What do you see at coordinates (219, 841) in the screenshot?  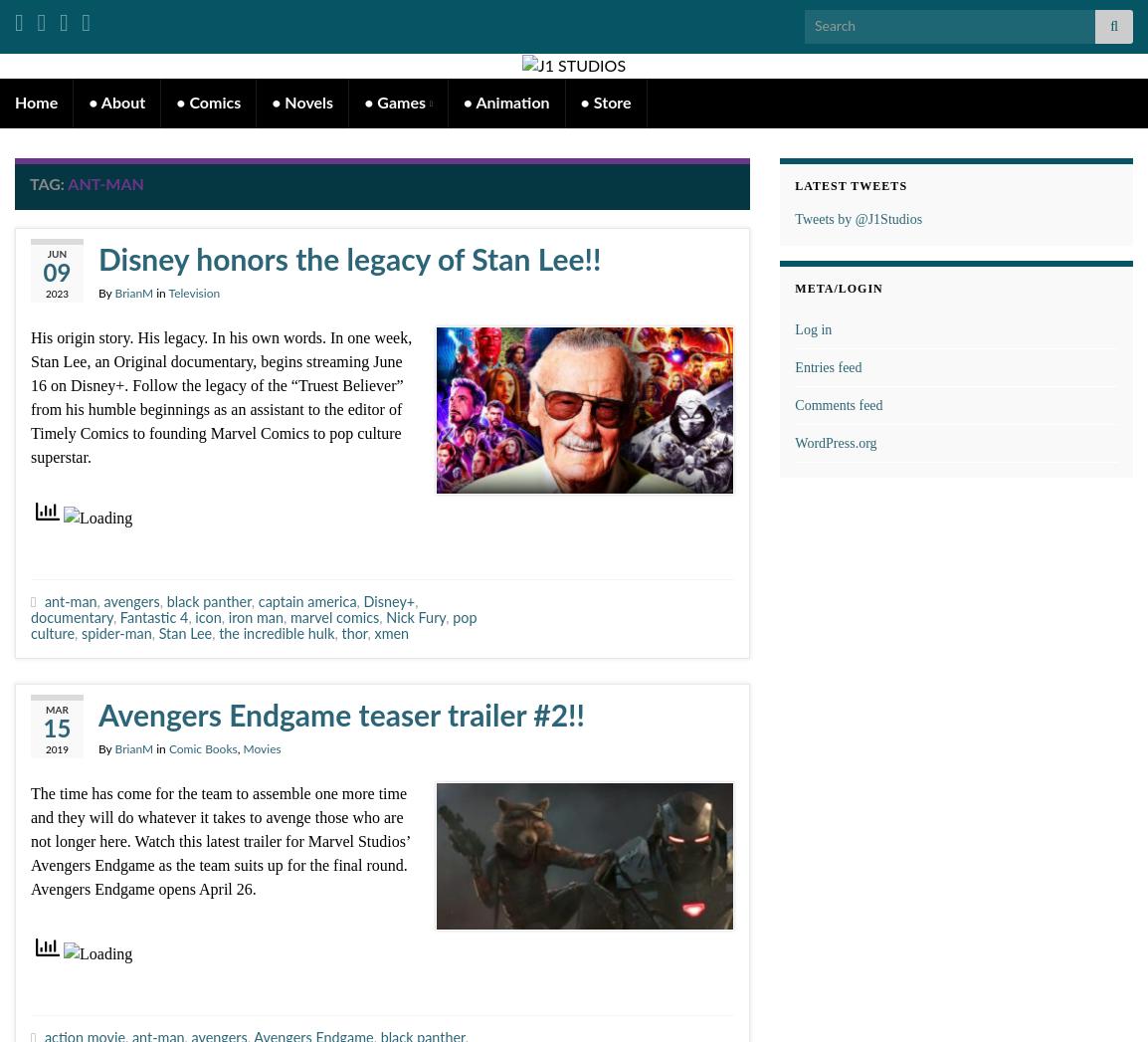 I see `'The time has come for the team to assemble one more time and they will do whatever it takes to avenge those who are not longer here. Watch this latest trailer for Marvel Studios’ Avengers Endgame as the team suits up for the final round. Avengers Endgame opens April 26.'` at bounding box center [219, 841].